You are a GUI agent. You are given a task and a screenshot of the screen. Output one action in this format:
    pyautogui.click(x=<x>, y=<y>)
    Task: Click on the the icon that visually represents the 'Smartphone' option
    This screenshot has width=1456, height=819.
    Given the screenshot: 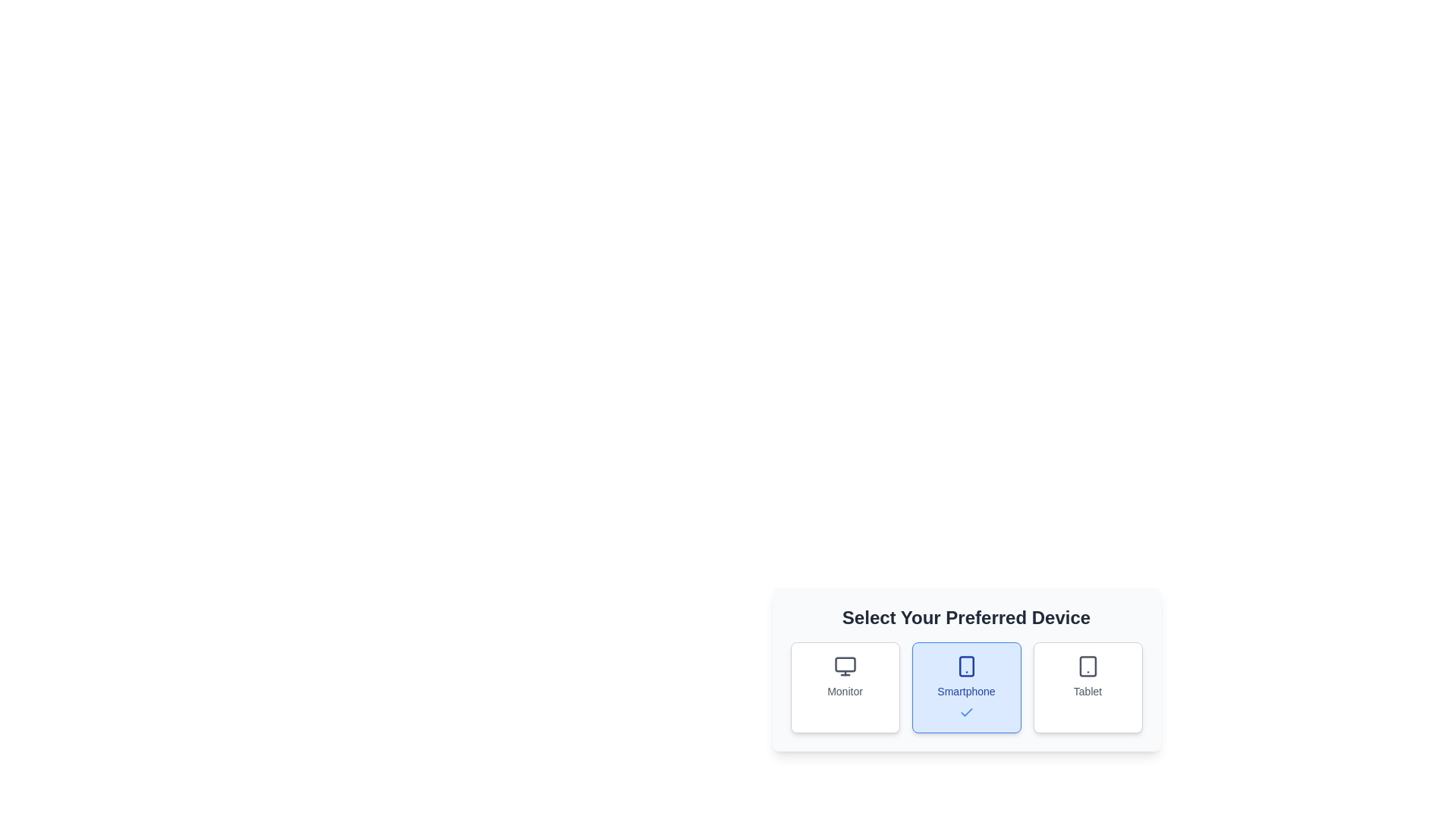 What is the action you would take?
    pyautogui.click(x=965, y=666)
    